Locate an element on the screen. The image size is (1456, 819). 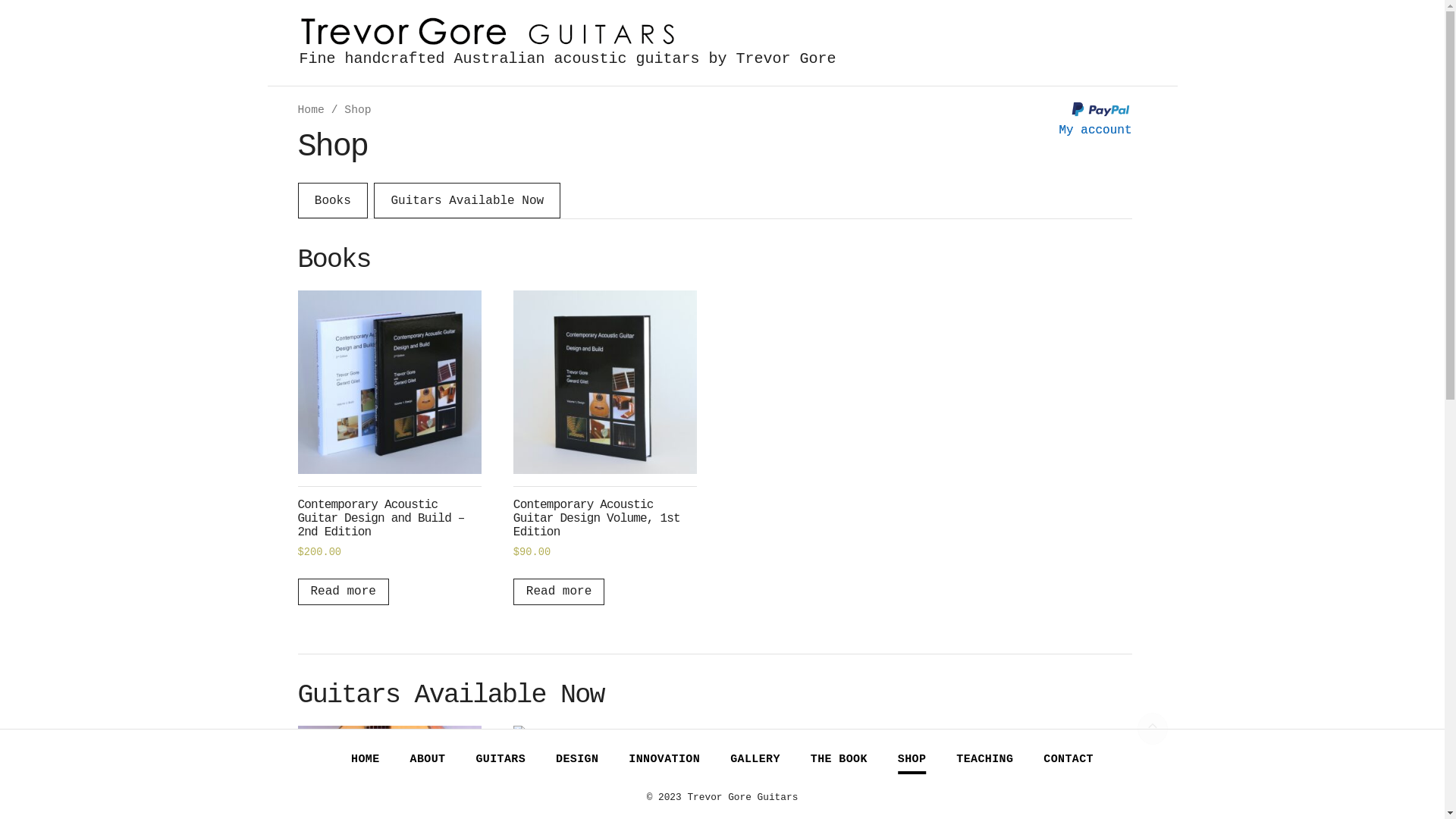
'THE BOOK' is located at coordinates (838, 760).